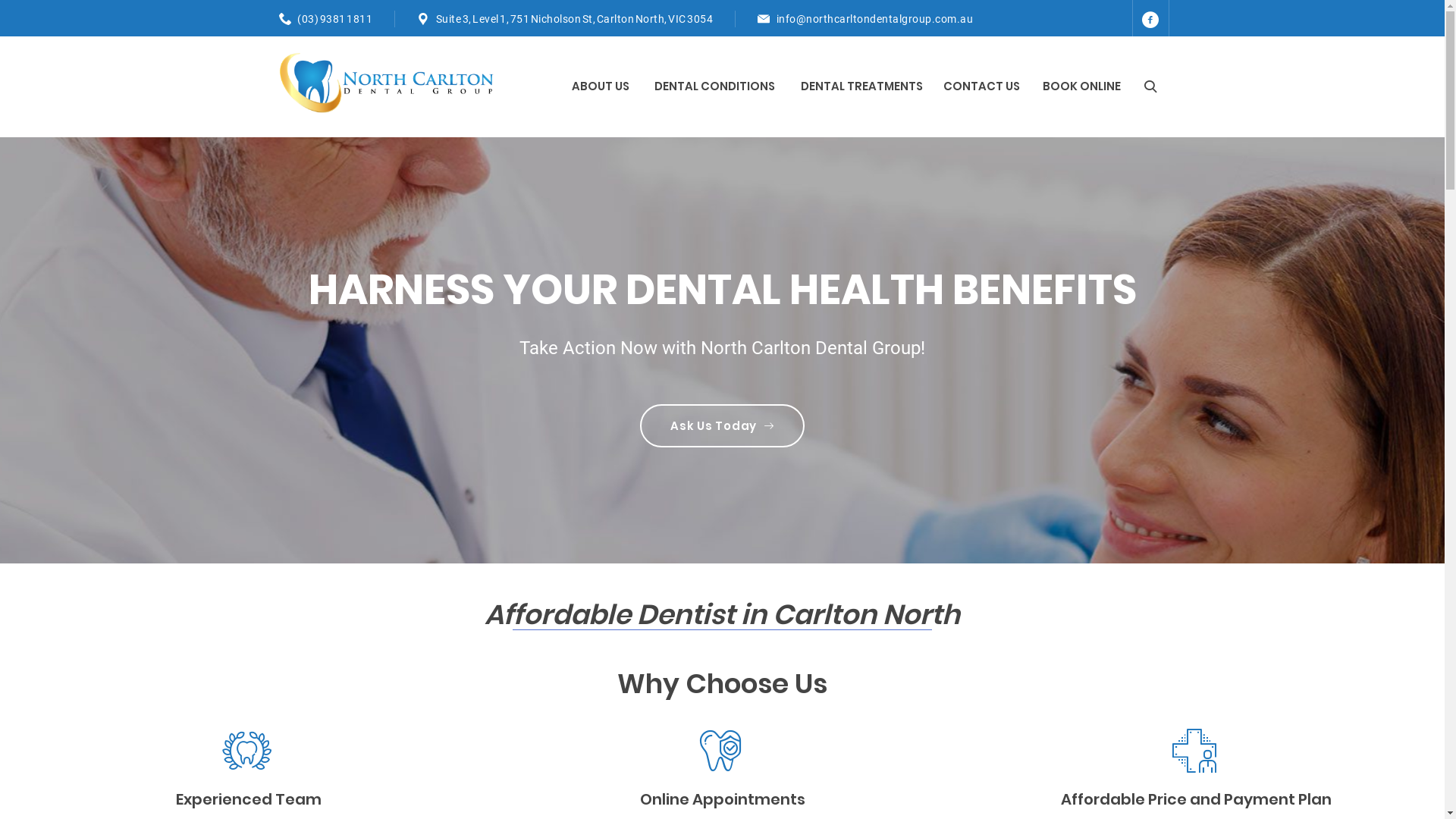 The height and width of the screenshot is (819, 1456). I want to click on 'Ask Us Today', so click(640, 425).